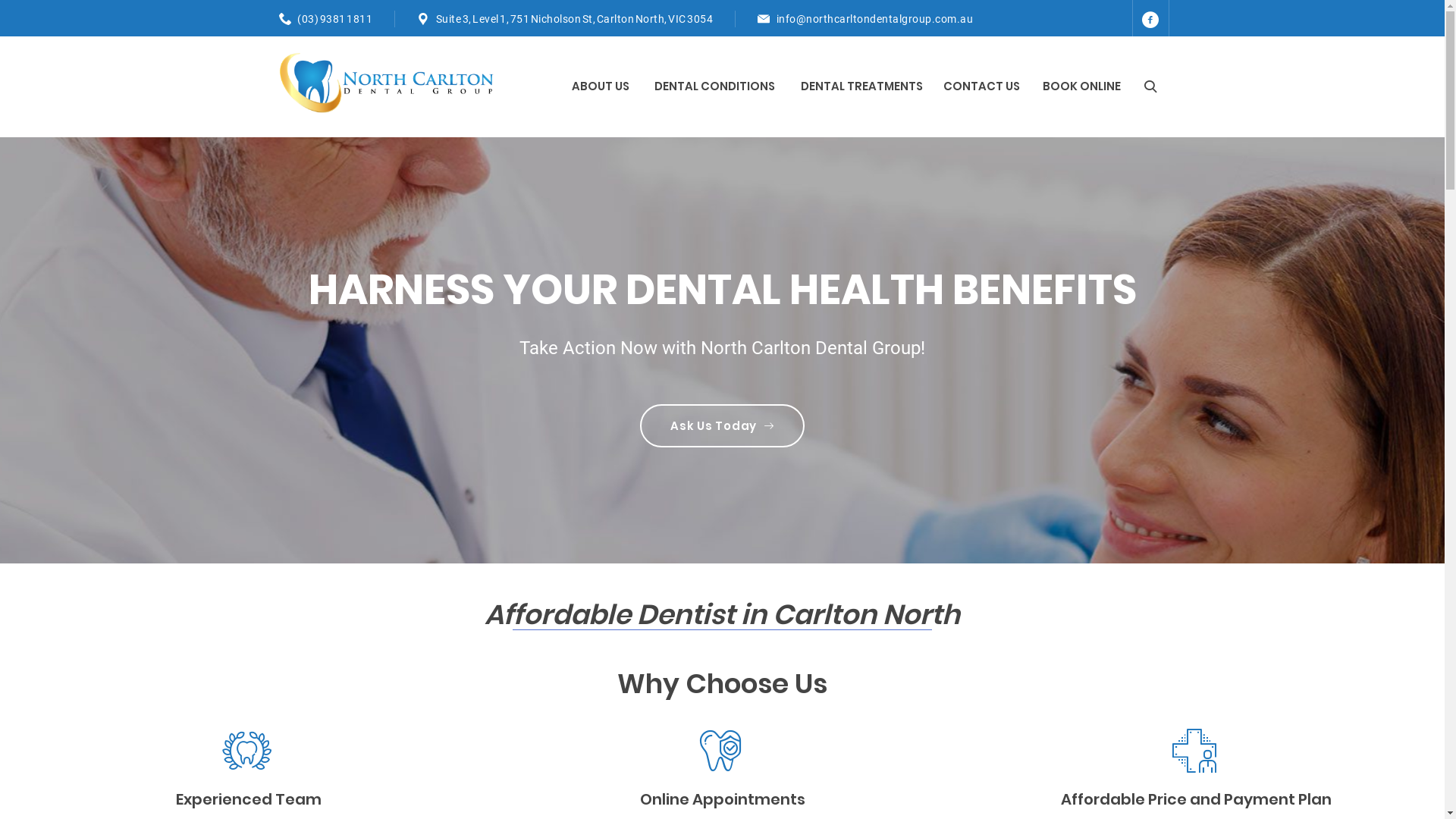 The height and width of the screenshot is (819, 1456). I want to click on 'Ask Us Today', so click(640, 425).